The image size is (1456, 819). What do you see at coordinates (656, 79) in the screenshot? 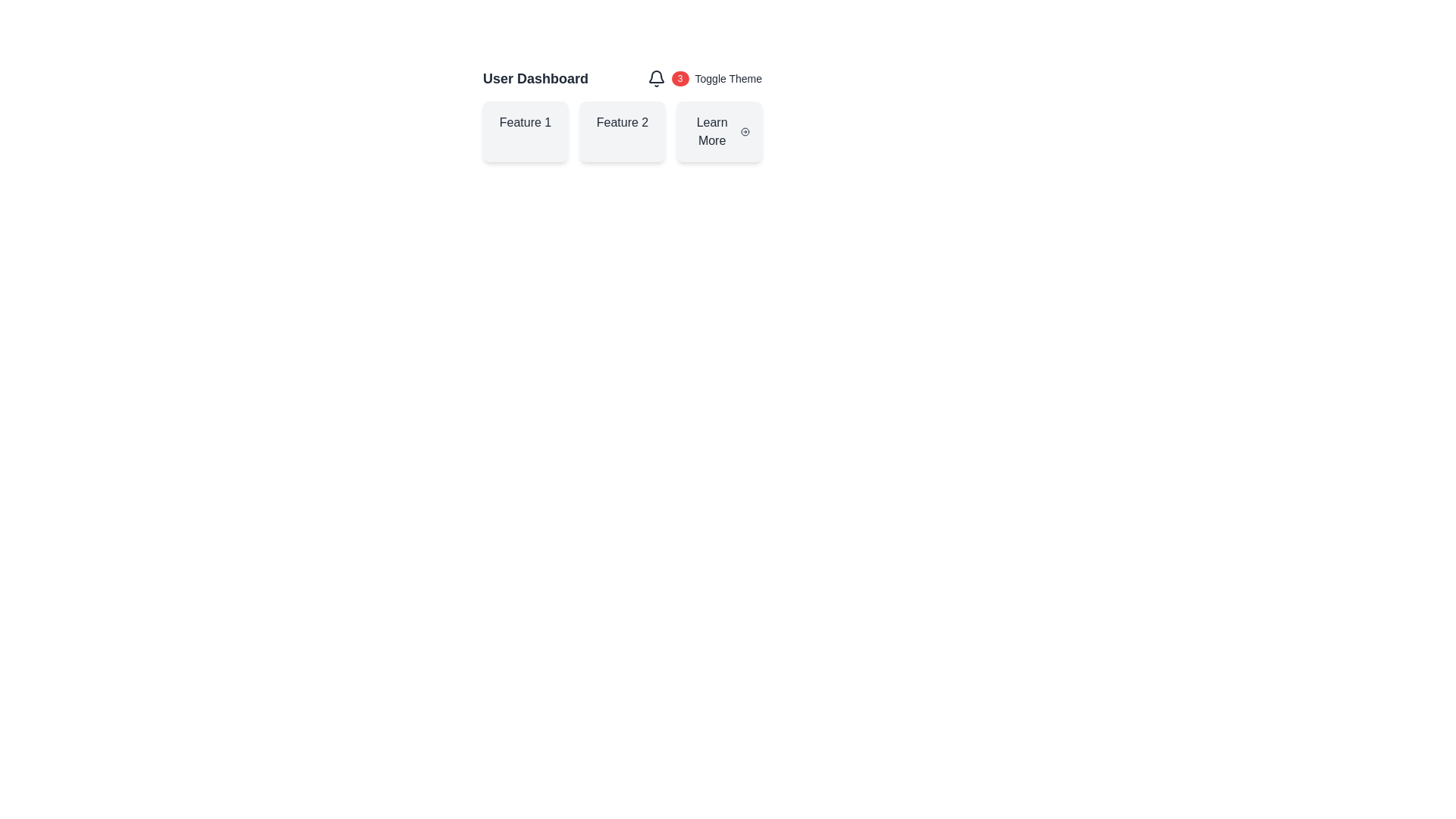
I see `the bell-shaped icon located near the top-right corner of the interface` at bounding box center [656, 79].